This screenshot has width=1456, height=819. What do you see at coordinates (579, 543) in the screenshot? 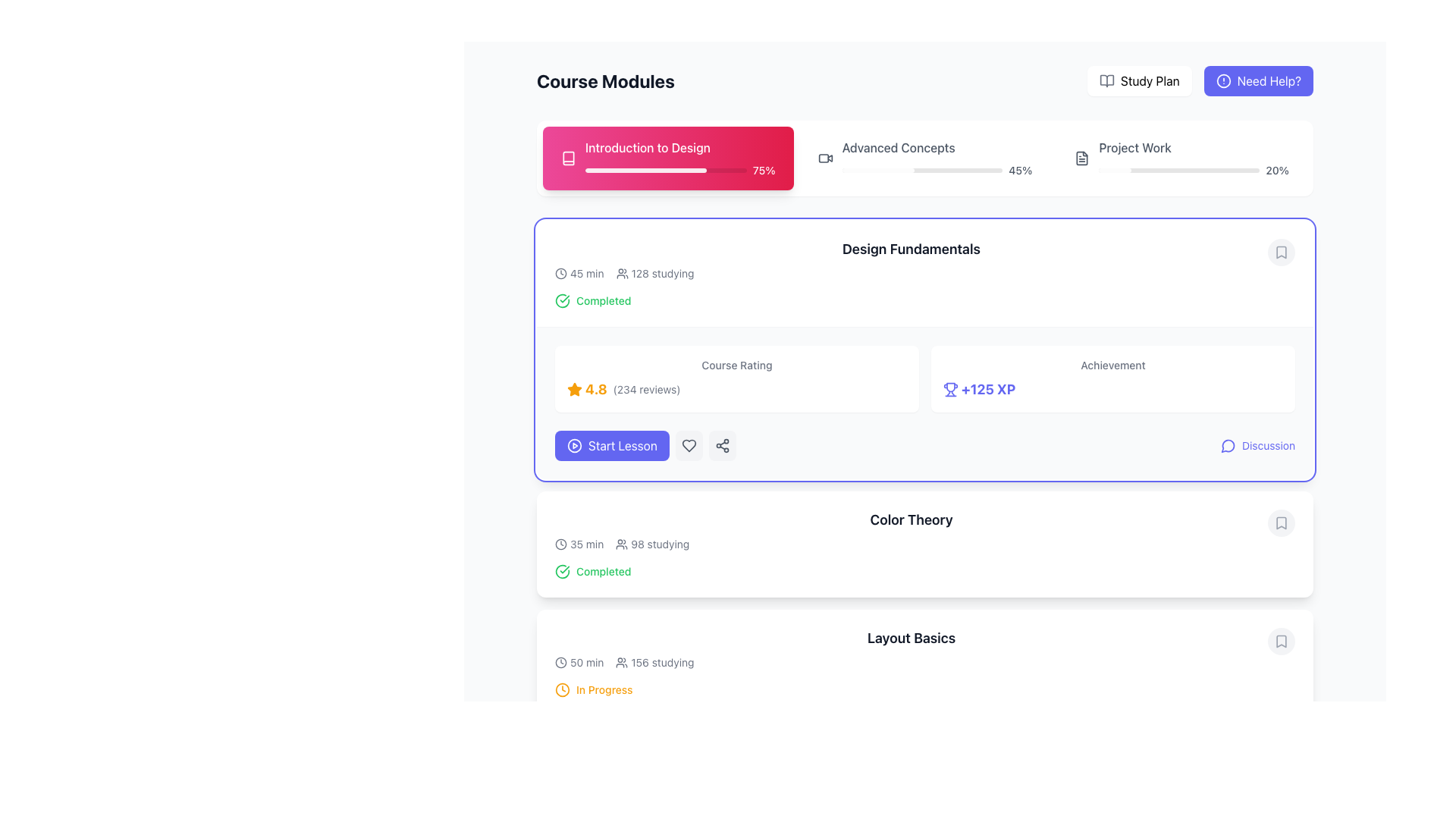
I see `time duration displayed in the text label indicating '35 minutes' in the Color Theory section, positioned in the top-left corner adjacent to the completion status indicator` at bounding box center [579, 543].